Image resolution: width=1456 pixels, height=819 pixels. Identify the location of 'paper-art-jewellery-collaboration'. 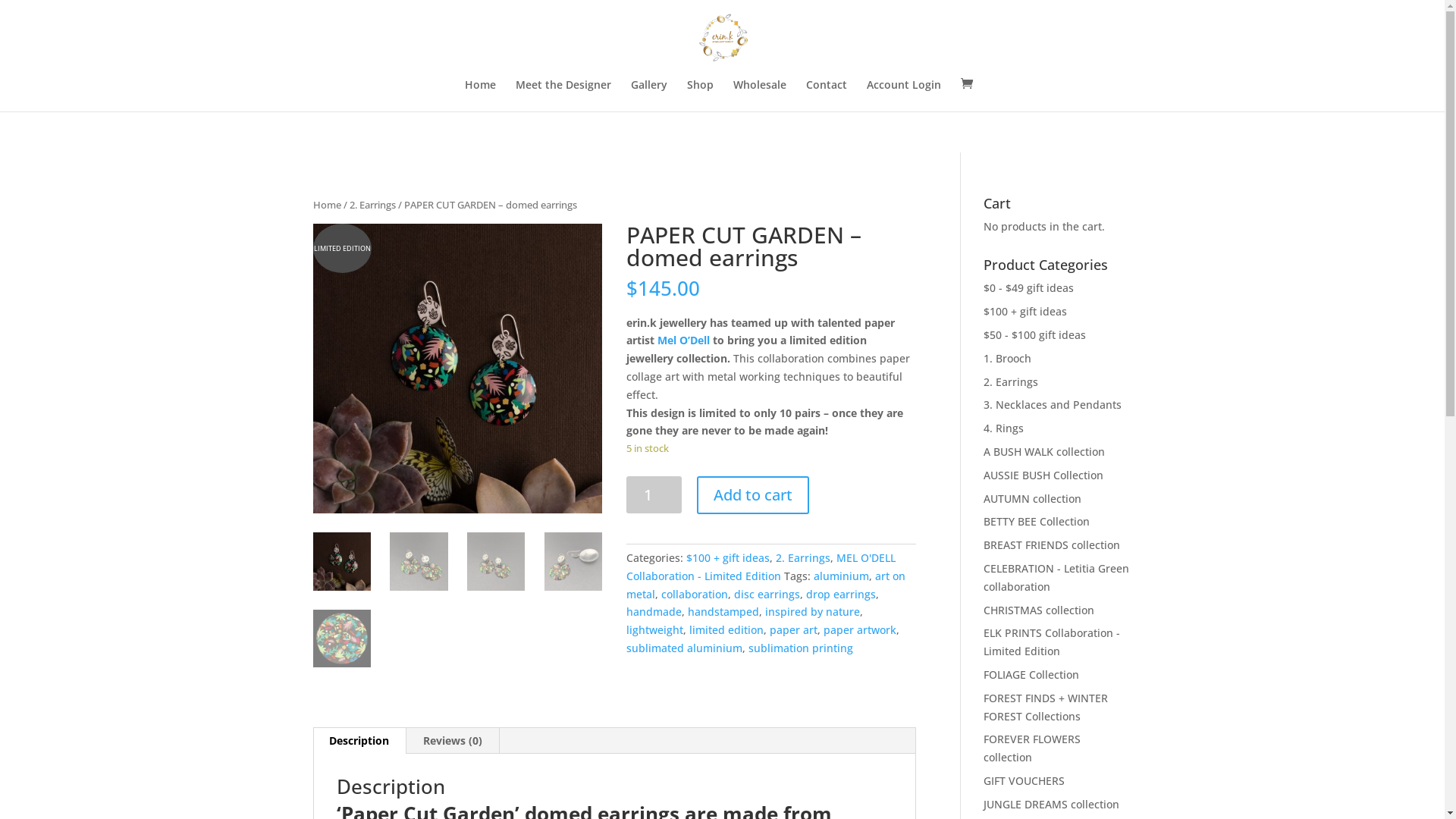
(312, 369).